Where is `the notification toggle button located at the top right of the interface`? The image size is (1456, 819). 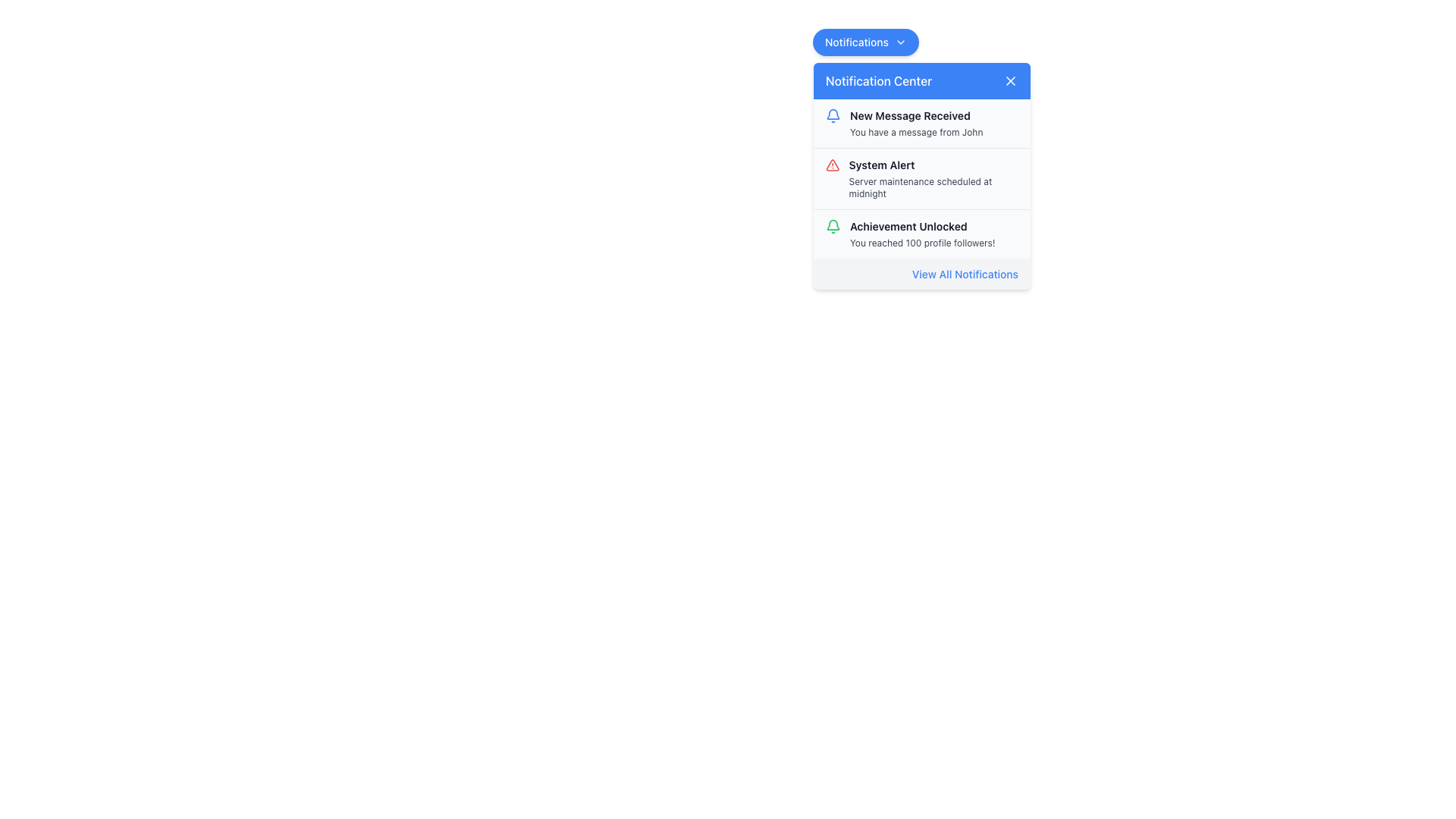 the notification toggle button located at the top right of the interface is located at coordinates (866, 42).